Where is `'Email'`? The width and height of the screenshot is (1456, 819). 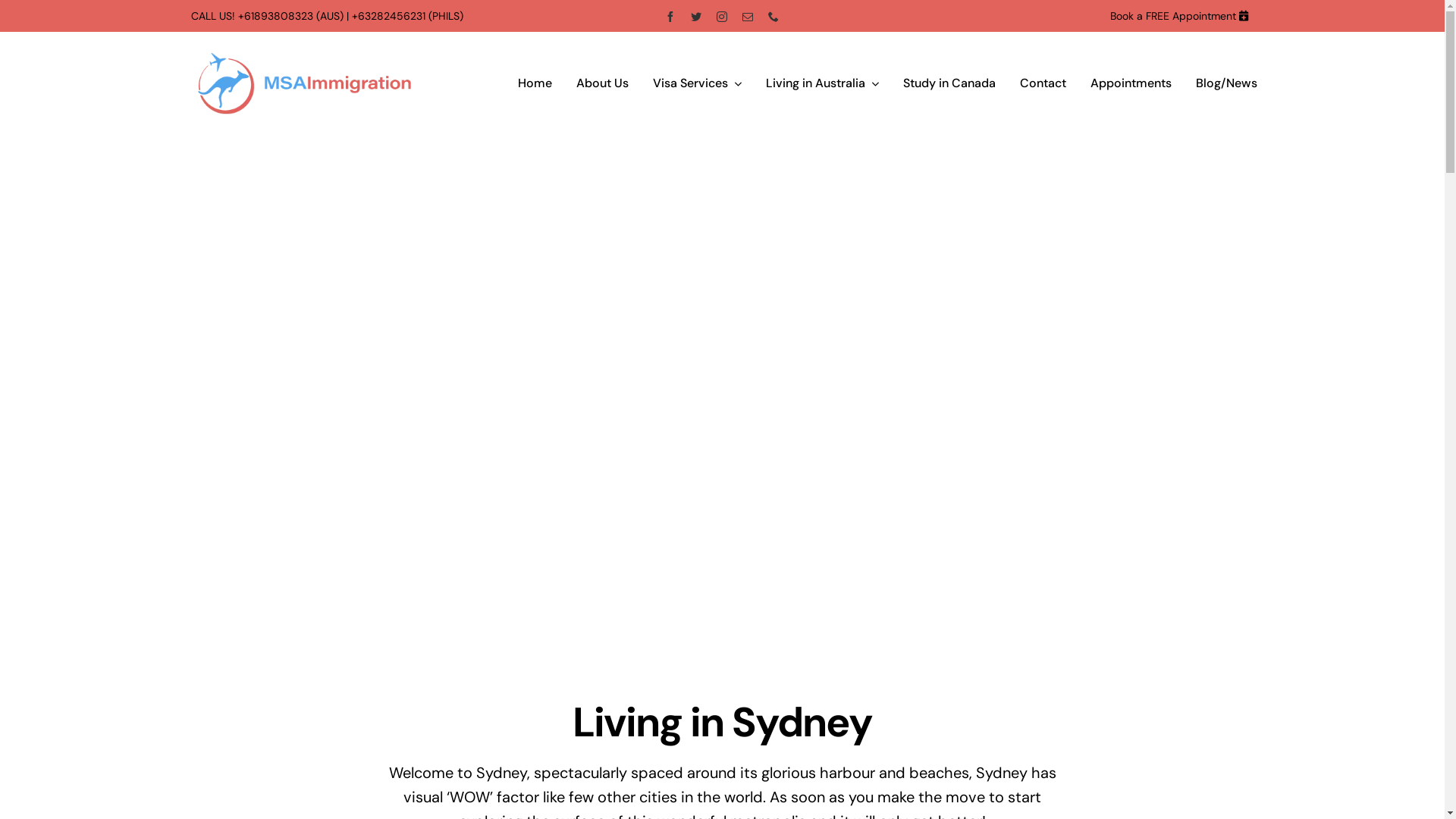
'Email' is located at coordinates (742, 15).